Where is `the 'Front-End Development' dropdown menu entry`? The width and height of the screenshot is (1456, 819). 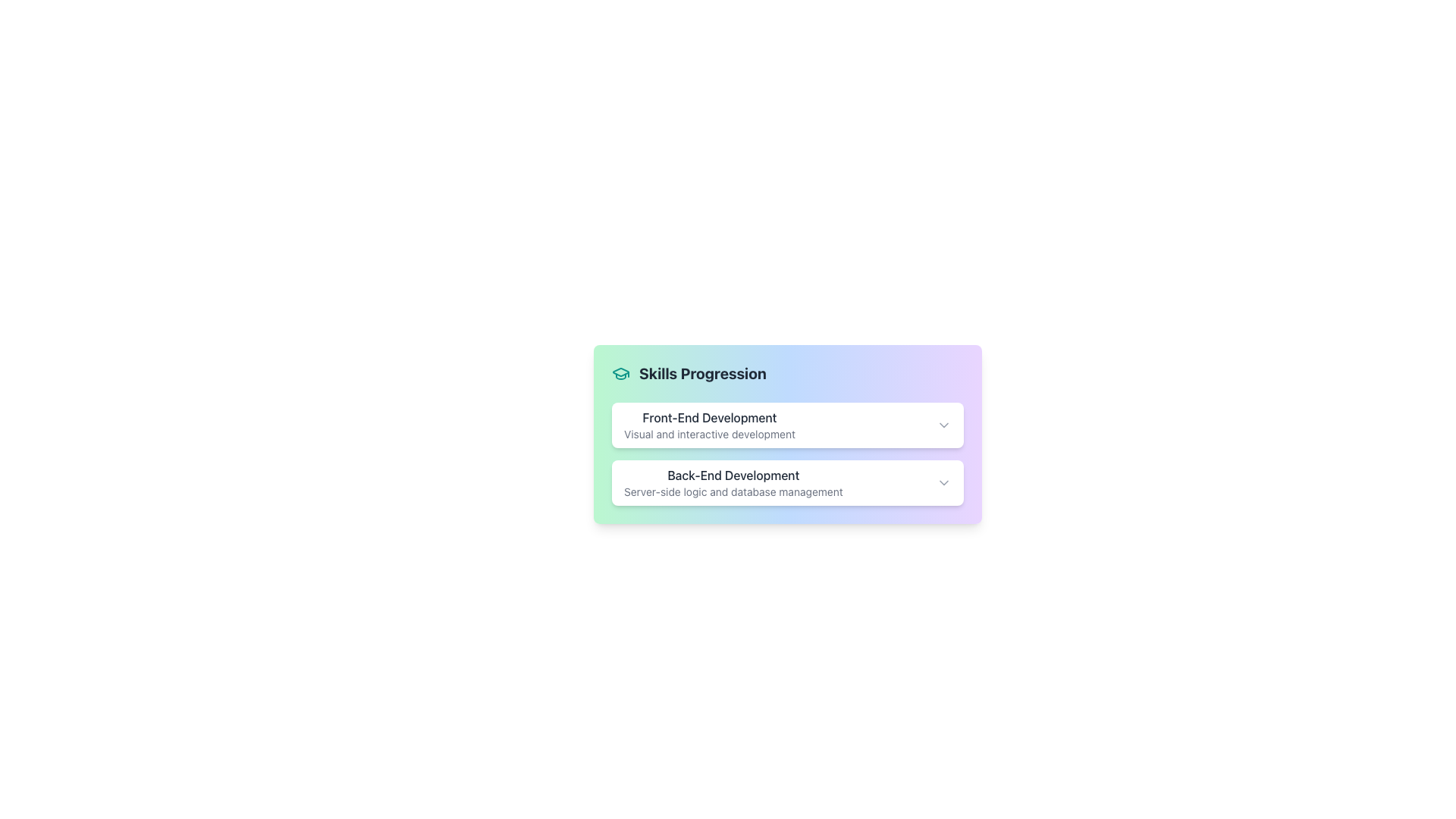 the 'Front-End Development' dropdown menu entry is located at coordinates (787, 425).